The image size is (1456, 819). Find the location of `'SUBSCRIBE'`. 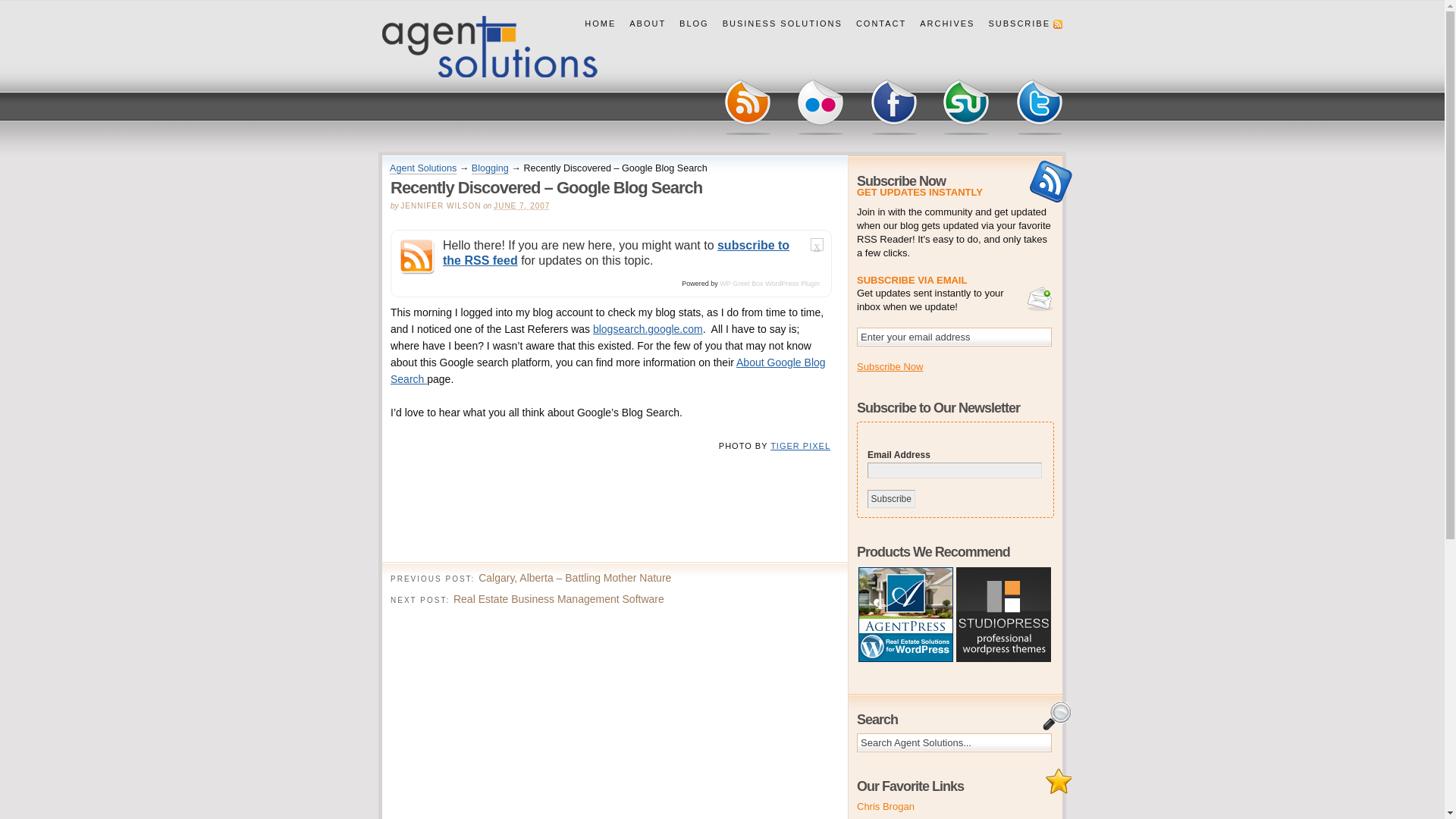

'SUBSCRIBE' is located at coordinates (1021, 24).